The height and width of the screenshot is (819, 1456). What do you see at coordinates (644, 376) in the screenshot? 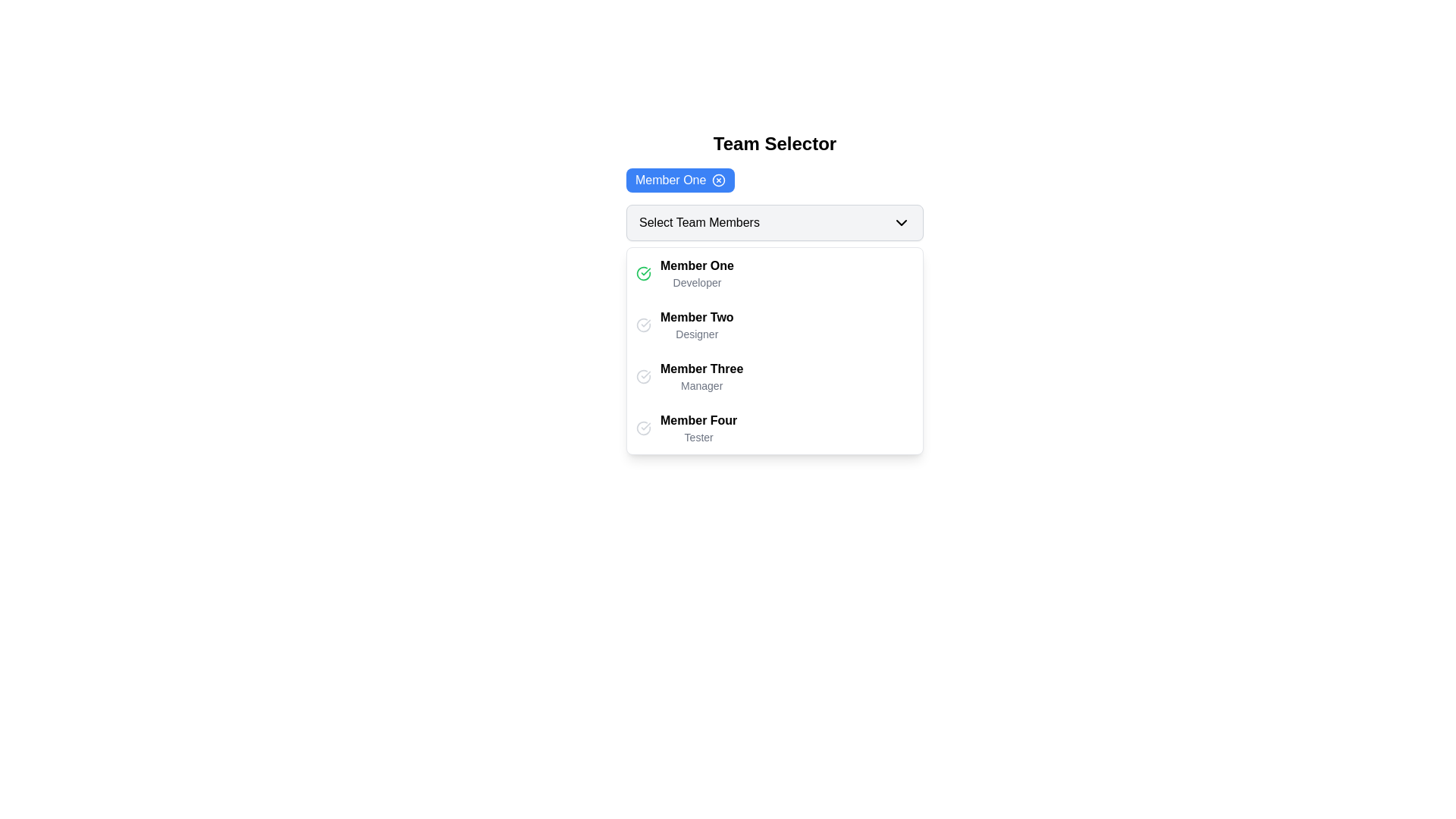
I see `the circular gray icon with an outlined check inside, located in the third item of the dropdown labeled 'Member Three - Manager'` at bounding box center [644, 376].